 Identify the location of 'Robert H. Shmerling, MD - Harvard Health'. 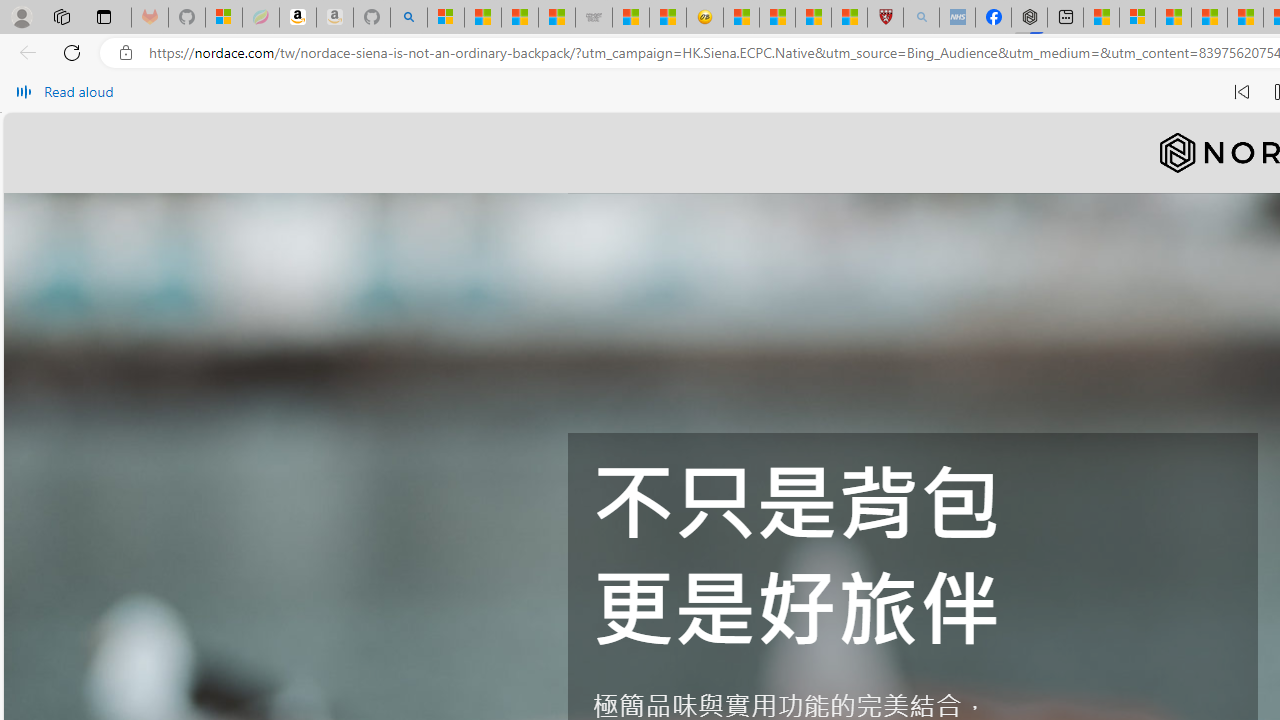
(884, 17).